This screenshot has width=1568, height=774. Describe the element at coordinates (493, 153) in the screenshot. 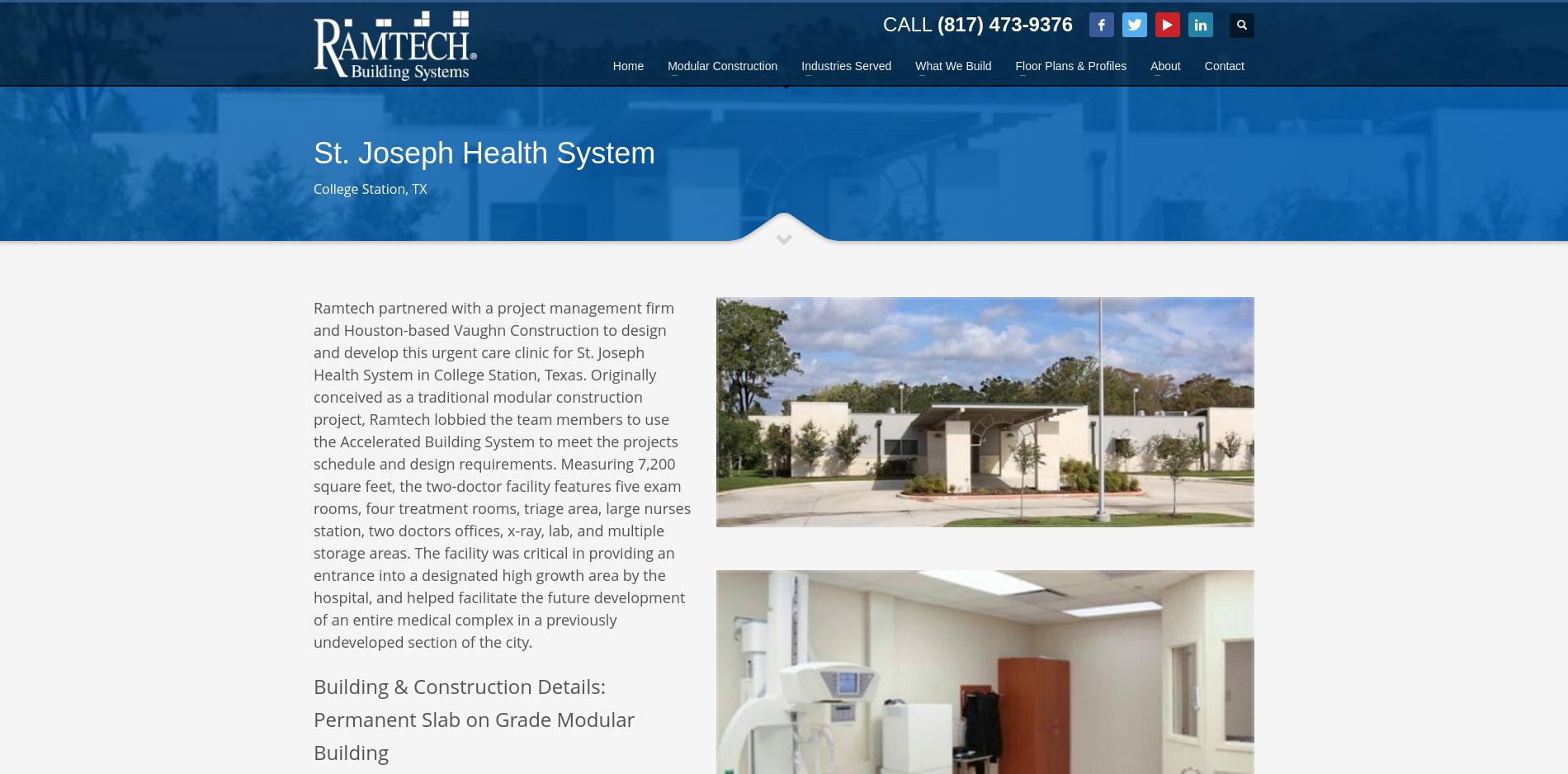

I see `'Email:'` at that location.